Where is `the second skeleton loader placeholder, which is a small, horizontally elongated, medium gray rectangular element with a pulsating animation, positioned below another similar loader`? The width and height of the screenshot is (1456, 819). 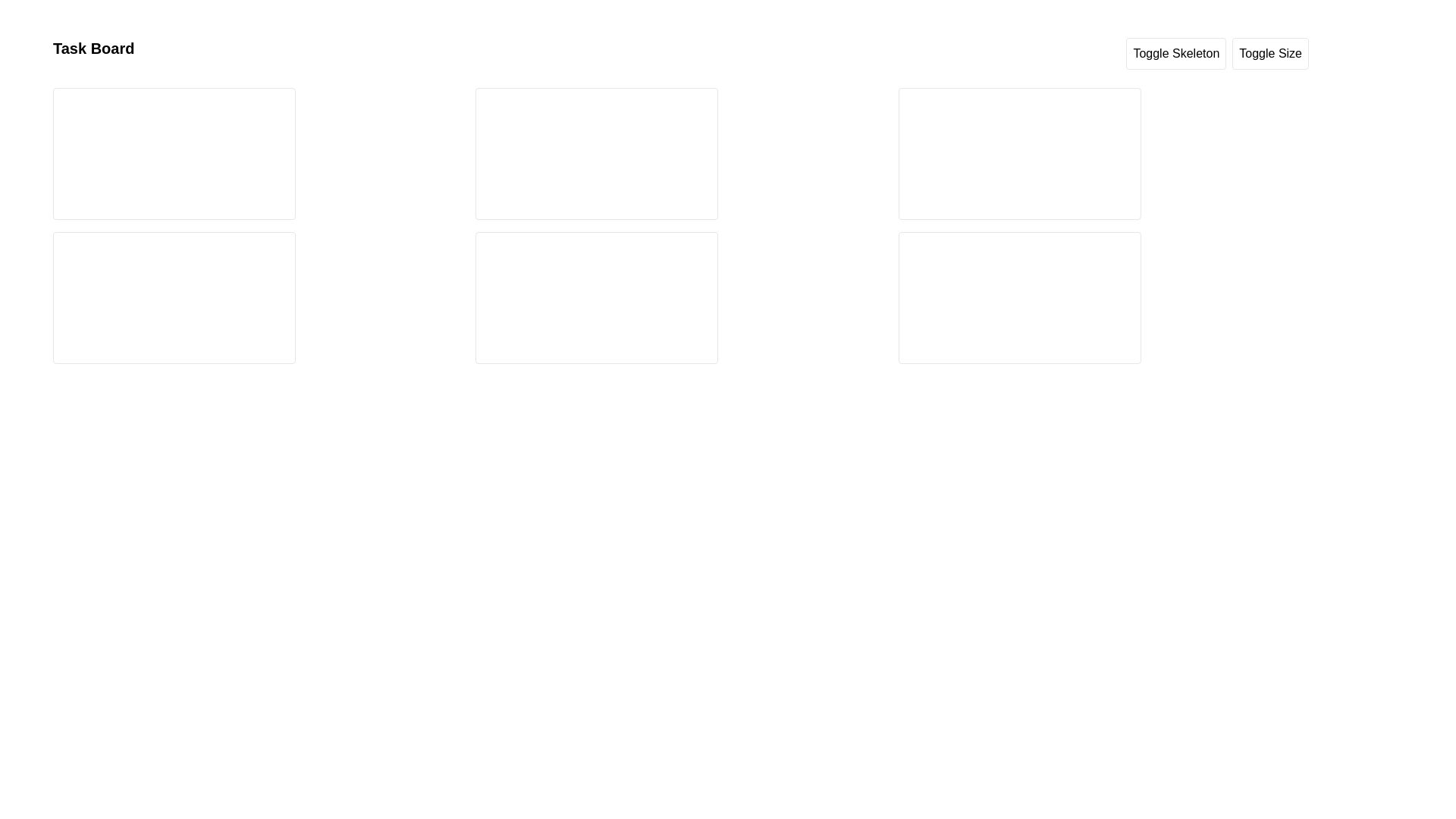 the second skeleton loader placeholder, which is a small, horizontally elongated, medium gray rectangular element with a pulsating animation, positioned below another similar loader is located at coordinates (570, 268).